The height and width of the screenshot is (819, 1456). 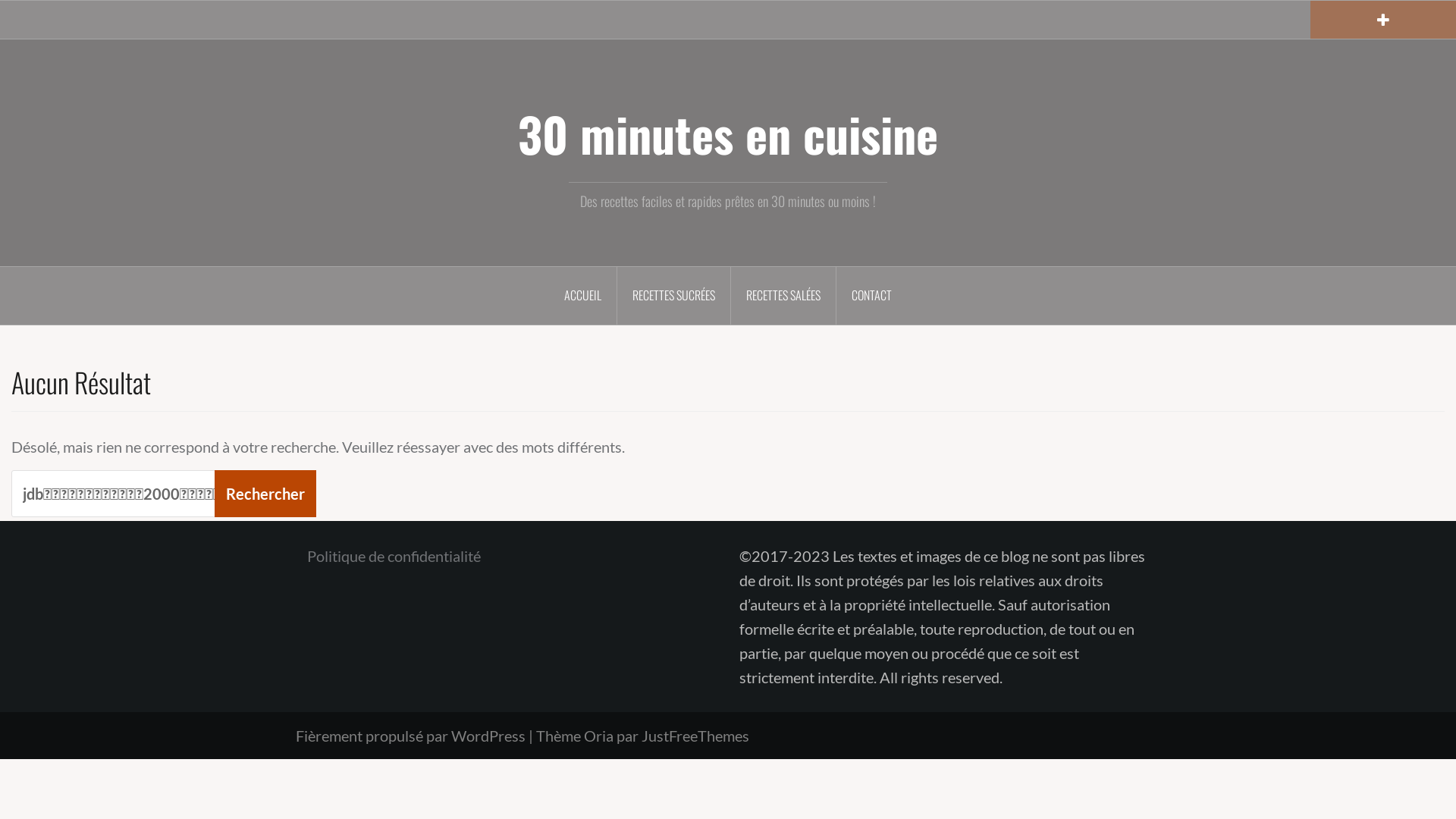 I want to click on 'ACCUEIL', so click(x=548, y=295).